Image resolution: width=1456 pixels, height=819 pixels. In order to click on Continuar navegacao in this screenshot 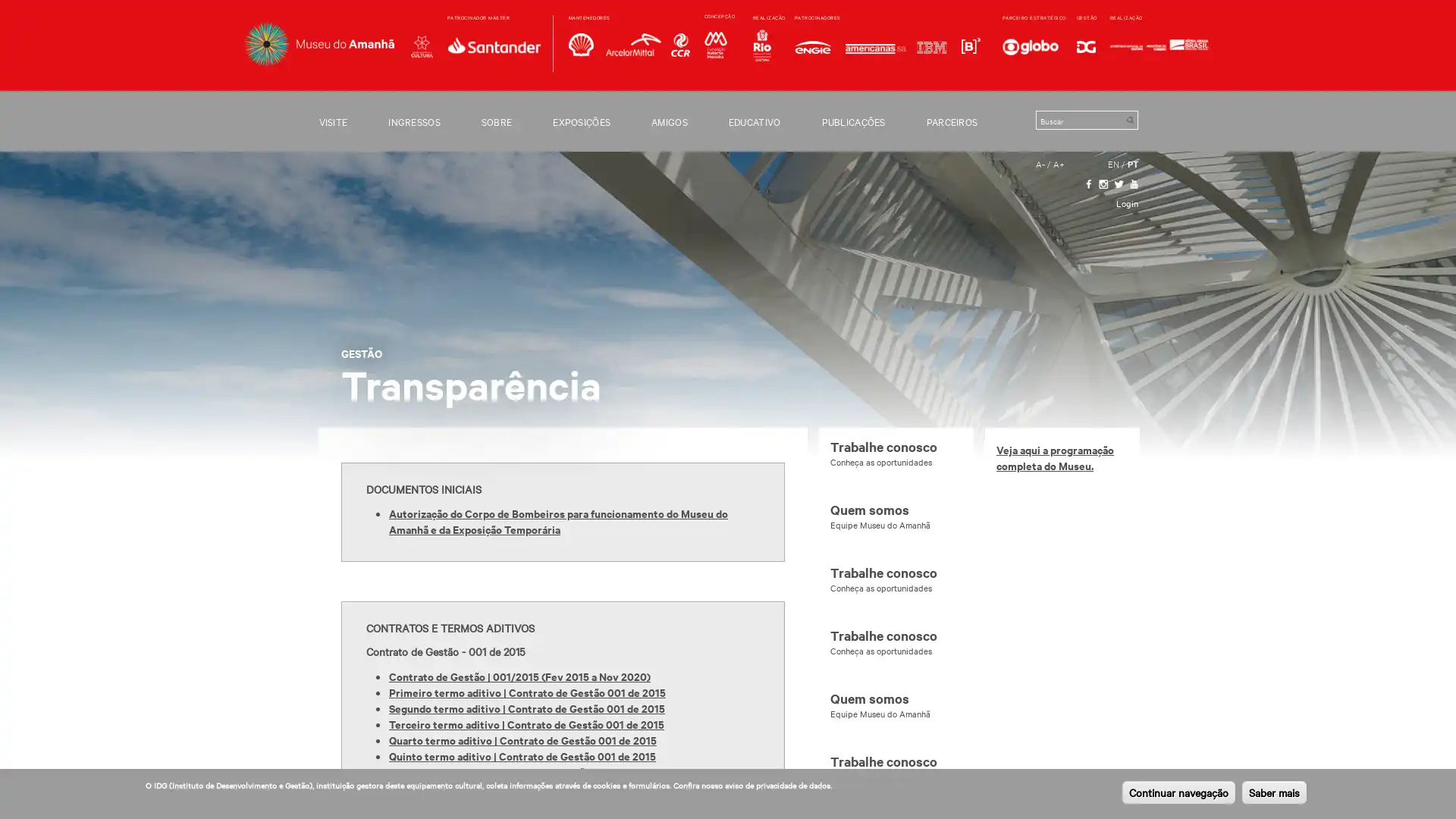, I will do `click(1178, 792)`.